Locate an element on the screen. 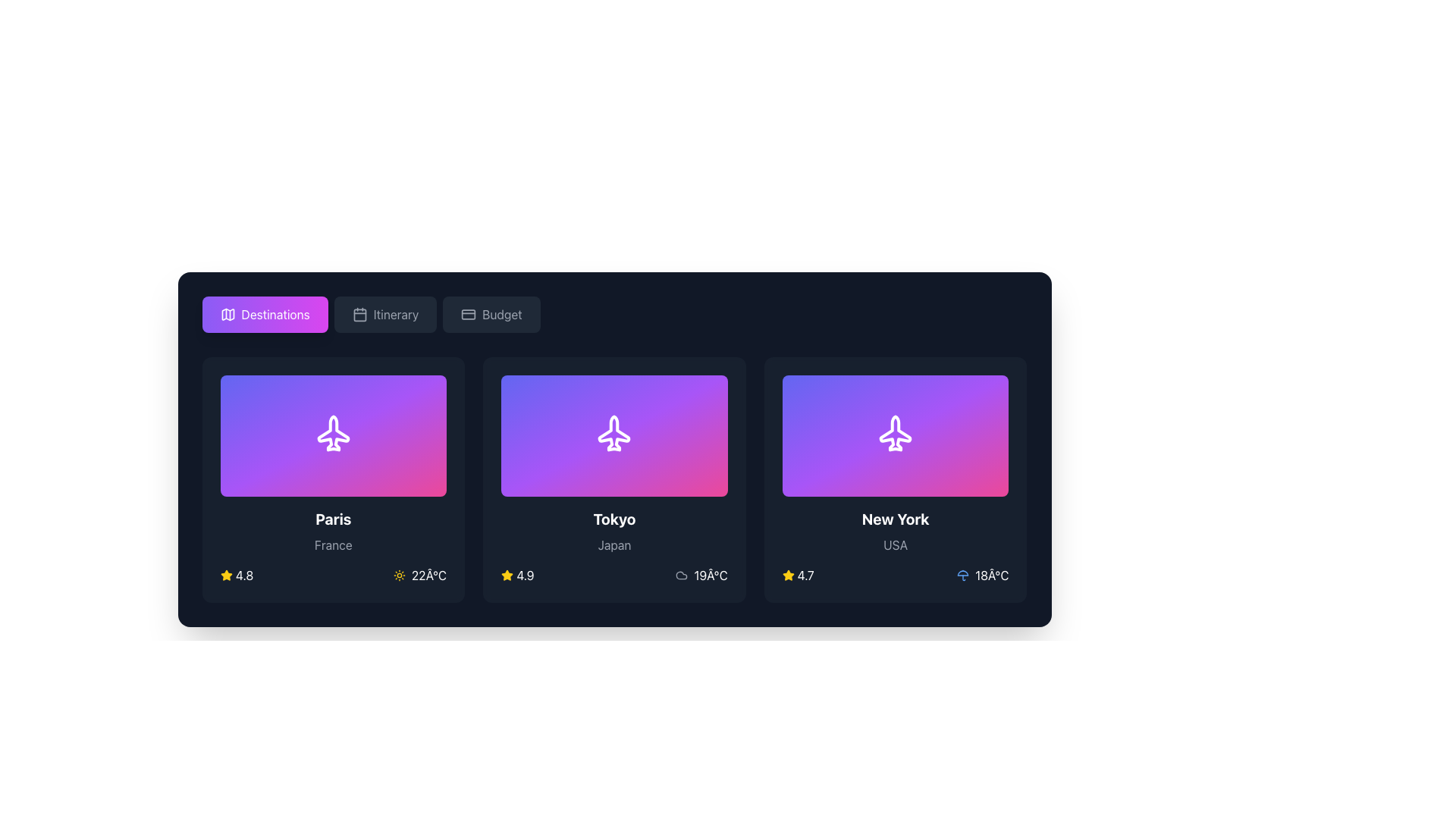 This screenshot has width=1456, height=819. temperature of '19°C' and the corresponding weather condition icon displayed in the informational label for the 'Tokyo' card, located at the bottom-right section of the card is located at coordinates (701, 576).